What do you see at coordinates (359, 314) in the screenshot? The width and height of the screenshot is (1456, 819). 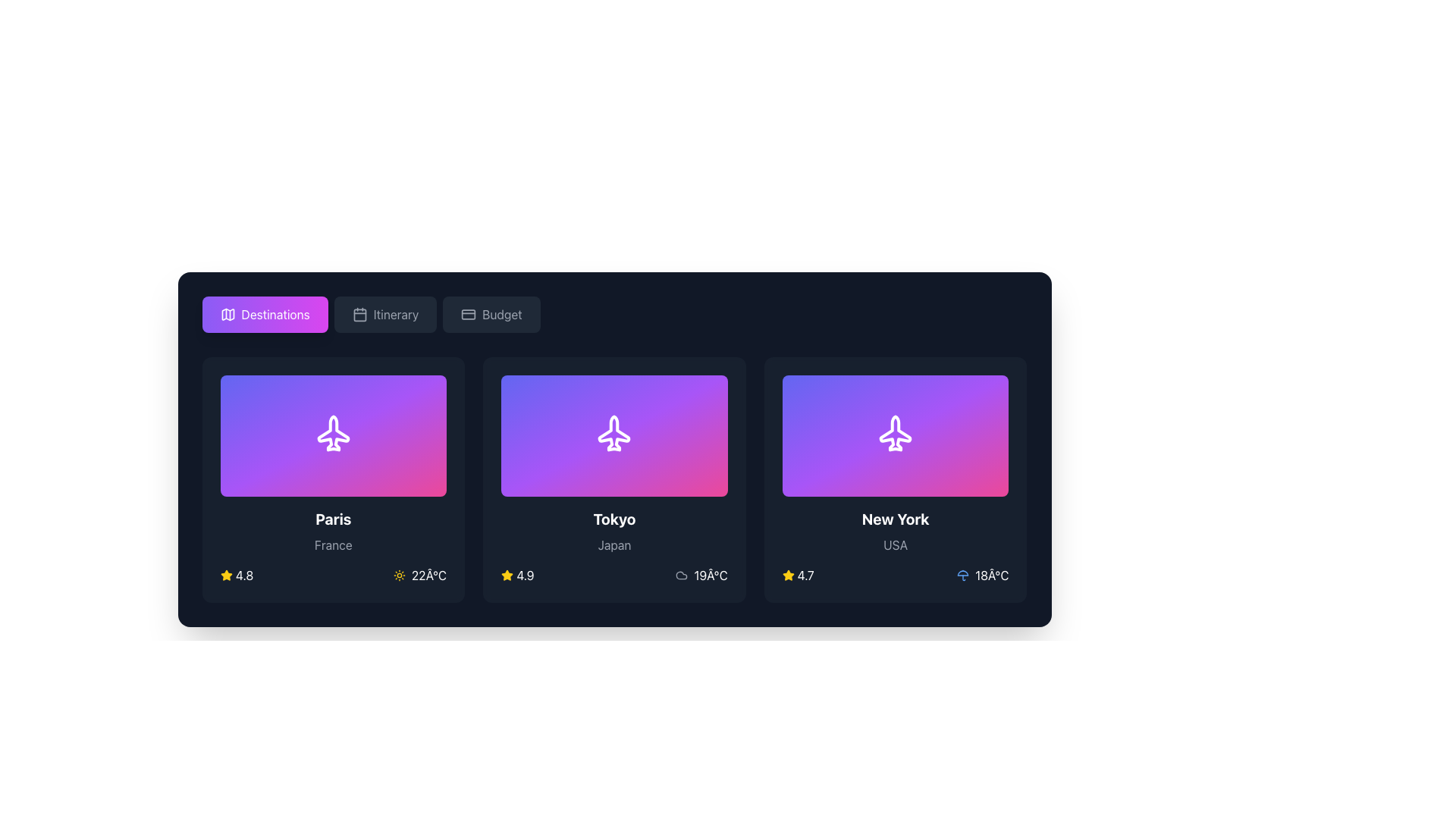 I see `the small grayscale calendar icon located next to the text 'Itinerary' on the navigation bar` at bounding box center [359, 314].